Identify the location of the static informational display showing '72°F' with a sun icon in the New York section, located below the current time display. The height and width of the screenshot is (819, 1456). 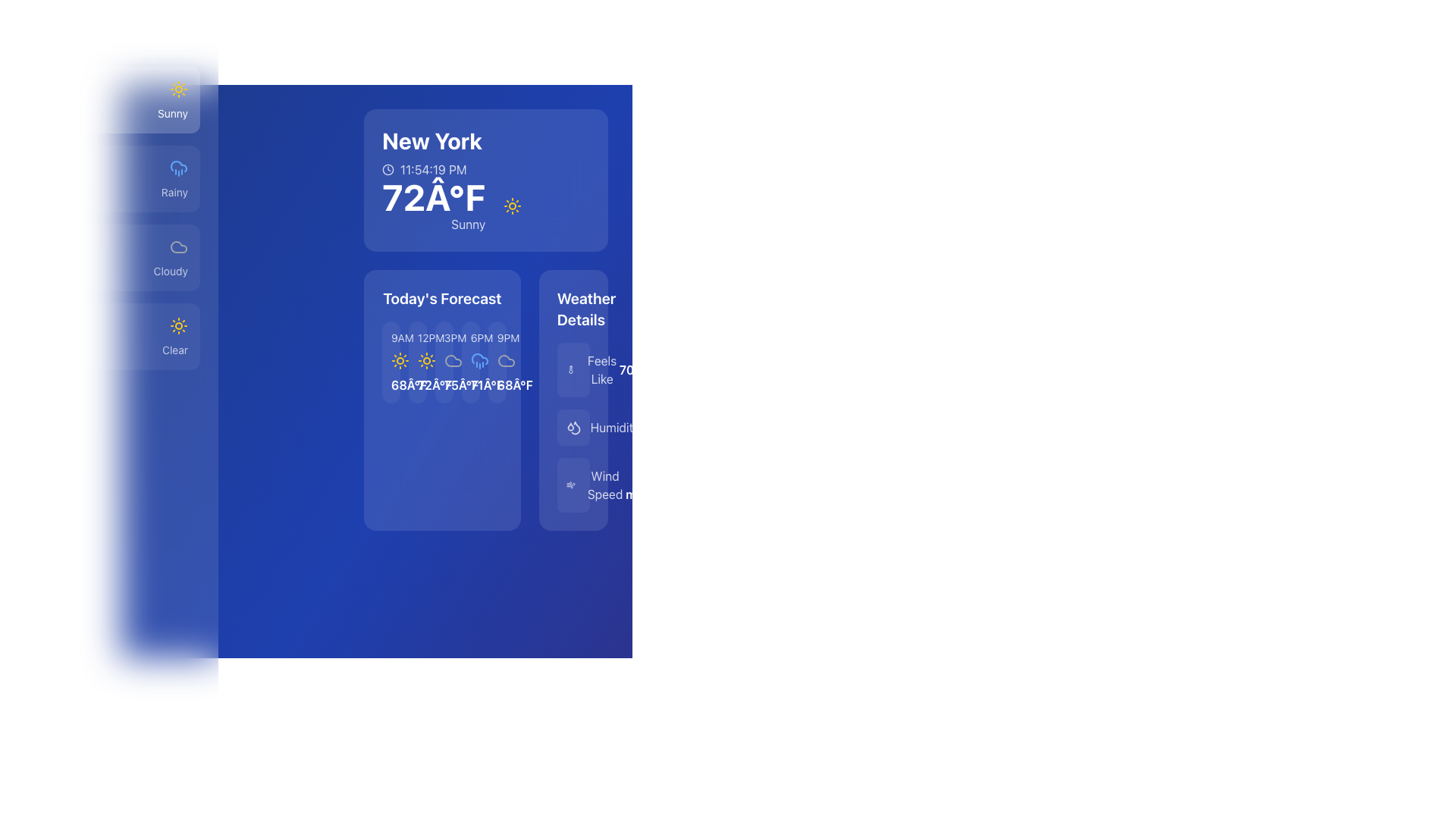
(451, 206).